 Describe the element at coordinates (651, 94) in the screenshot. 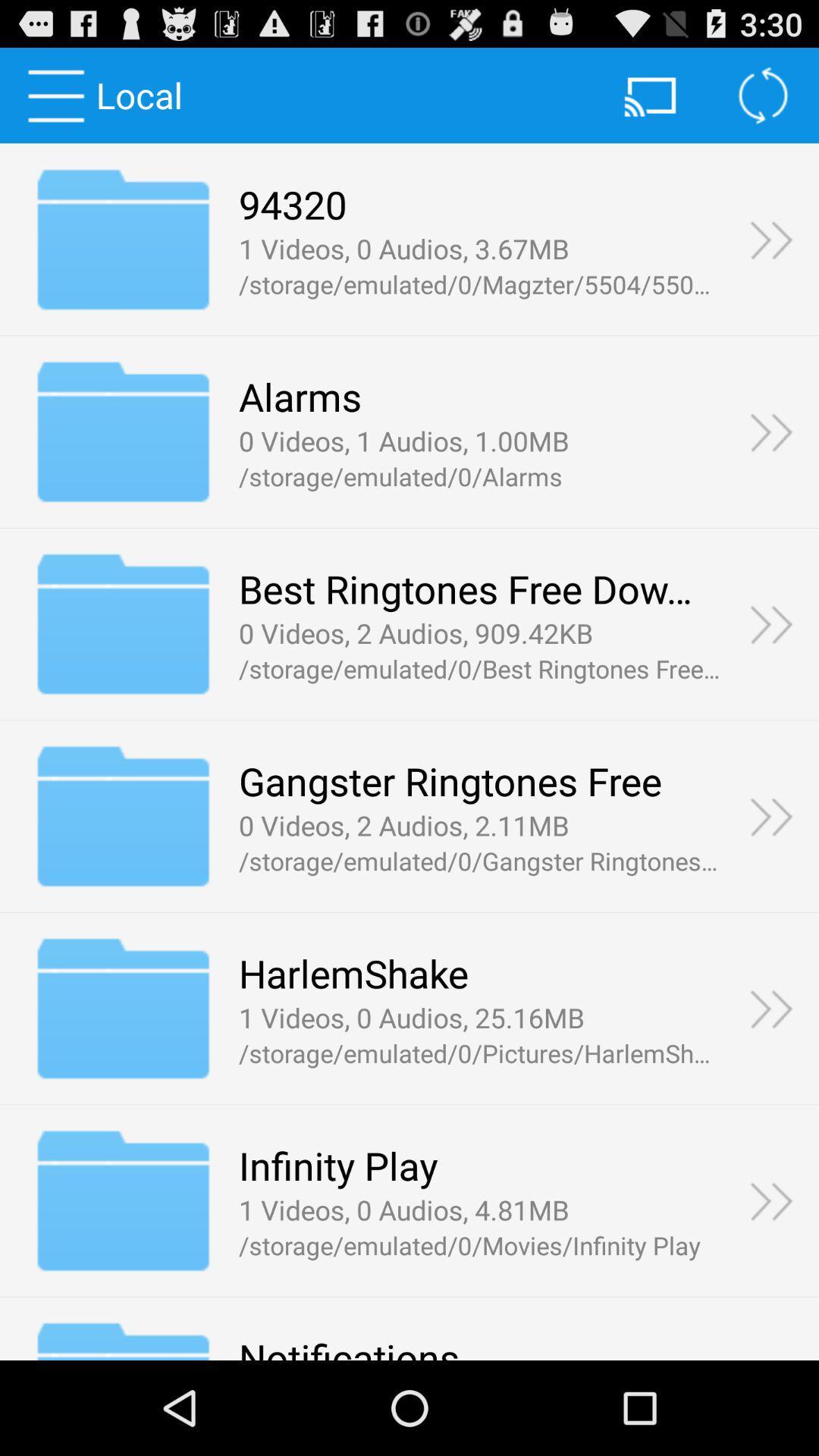

I see `the icon beside refresh button` at that location.